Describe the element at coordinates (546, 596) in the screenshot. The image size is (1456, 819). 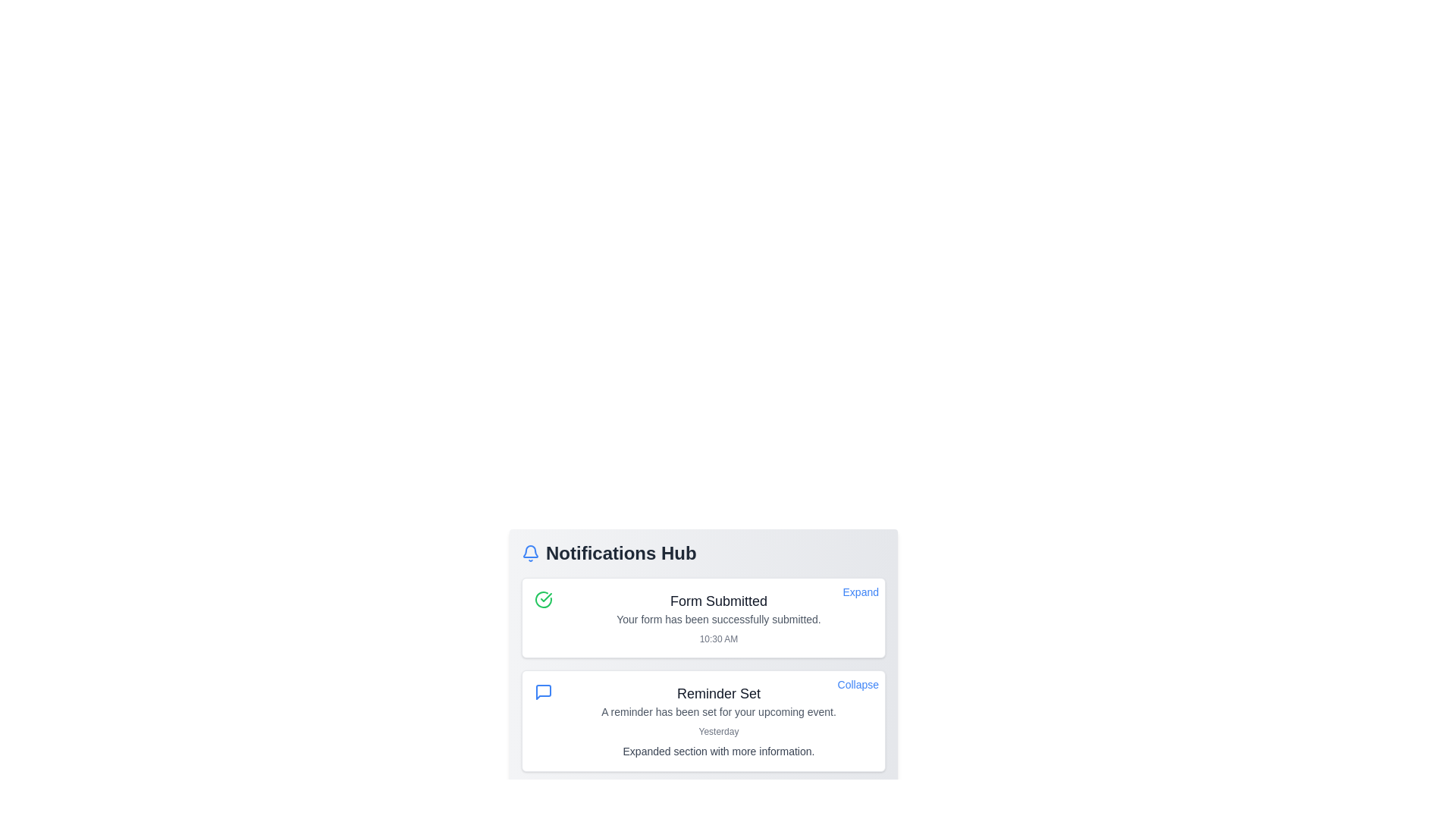
I see `the visual indicator icon located within the top notification card, to the left of the title text 'Form Submitted'` at that location.